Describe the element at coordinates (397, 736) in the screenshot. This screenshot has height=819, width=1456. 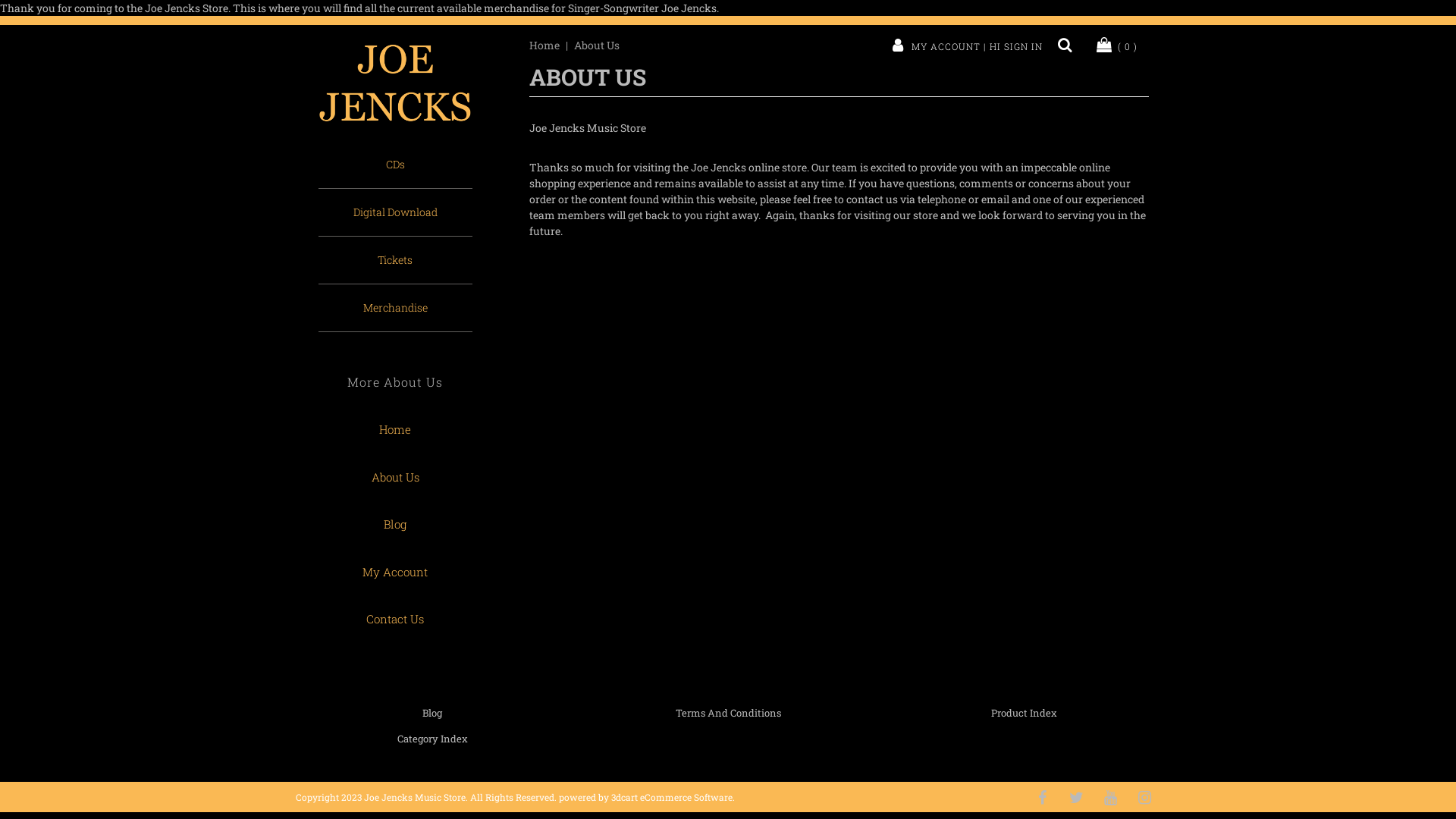
I see `'Category Index'` at that location.